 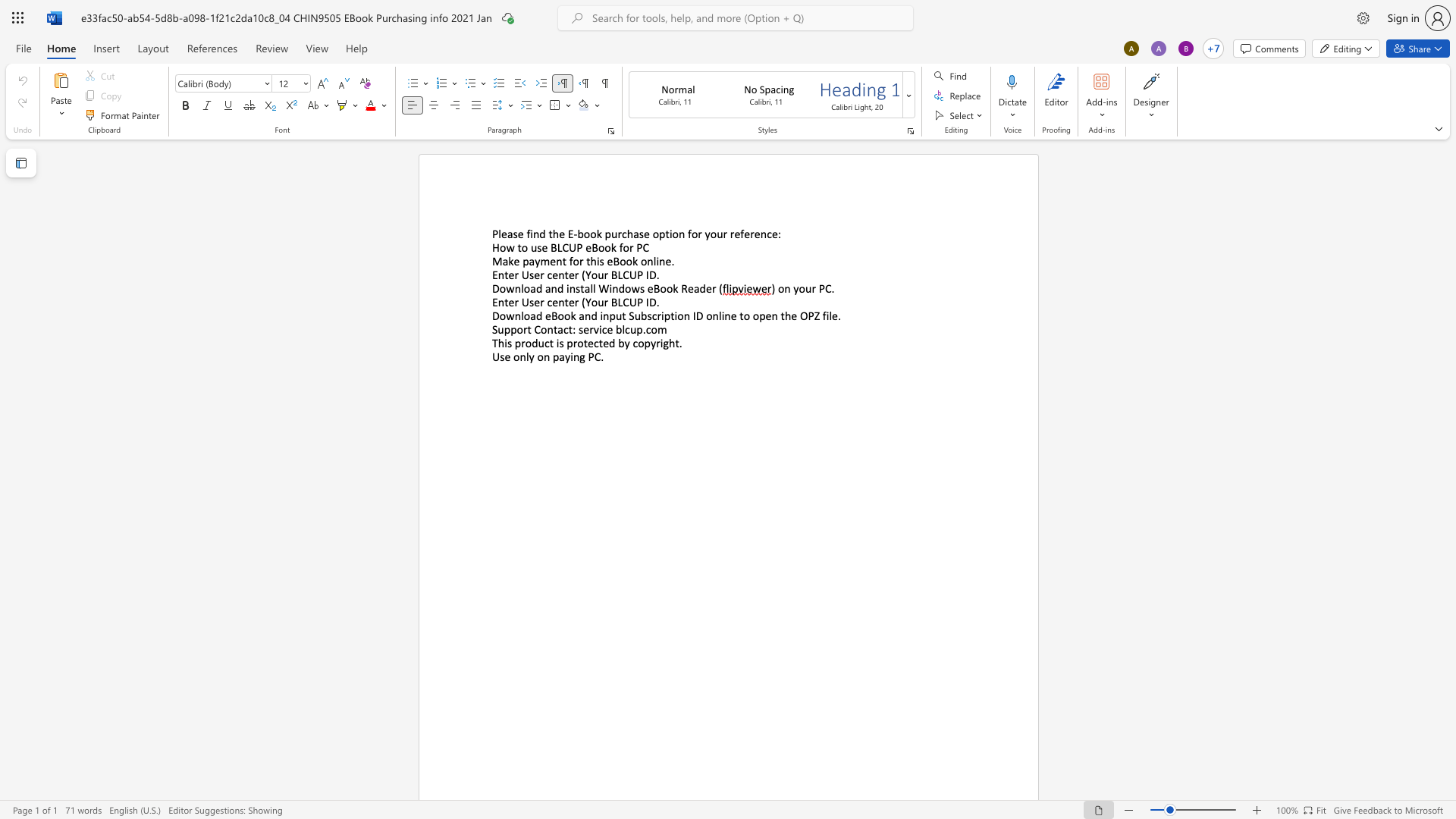 What do you see at coordinates (579, 343) in the screenshot?
I see `the 2th character "o" in the text` at bounding box center [579, 343].